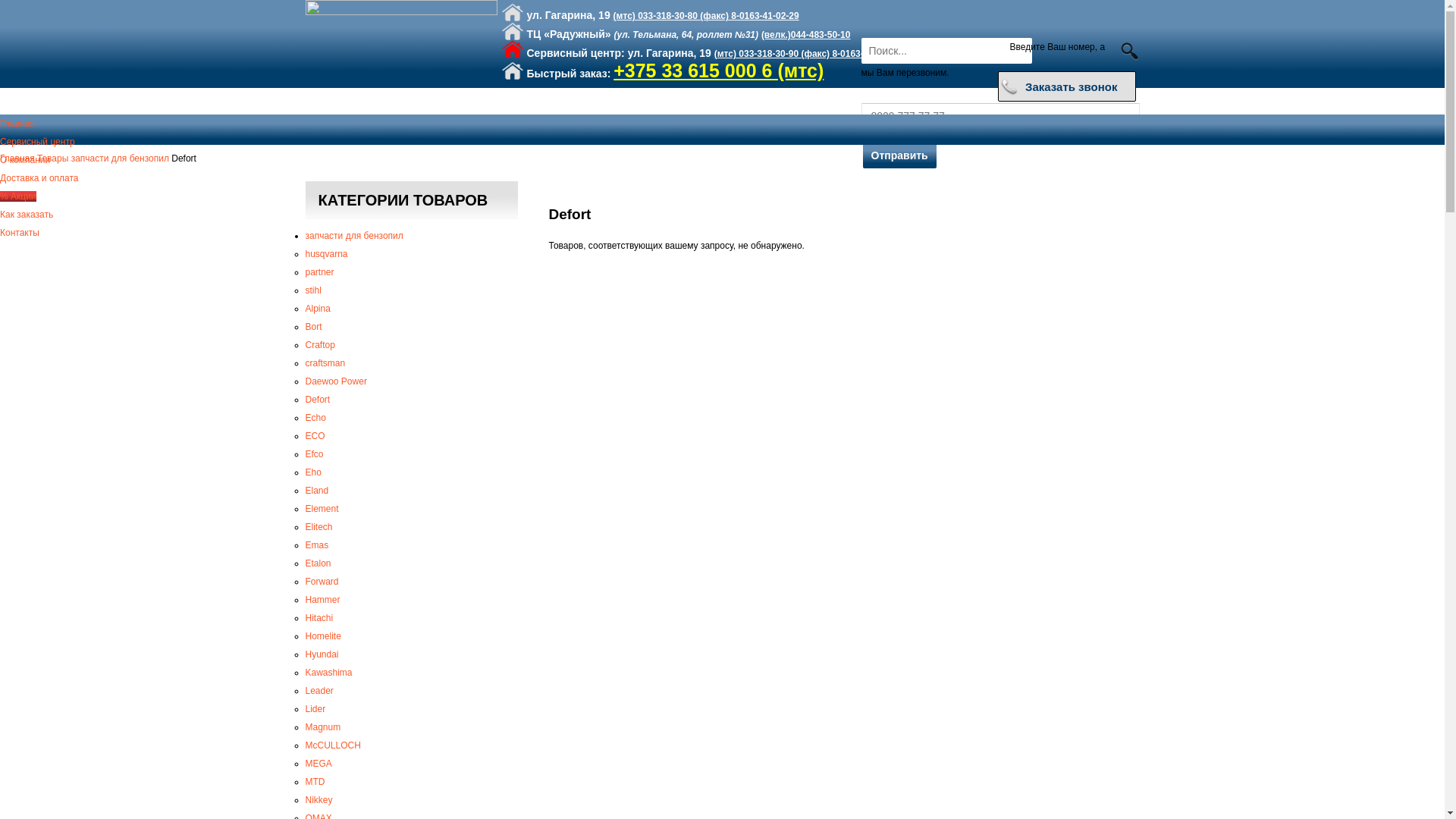  I want to click on 'Forward', so click(320, 581).